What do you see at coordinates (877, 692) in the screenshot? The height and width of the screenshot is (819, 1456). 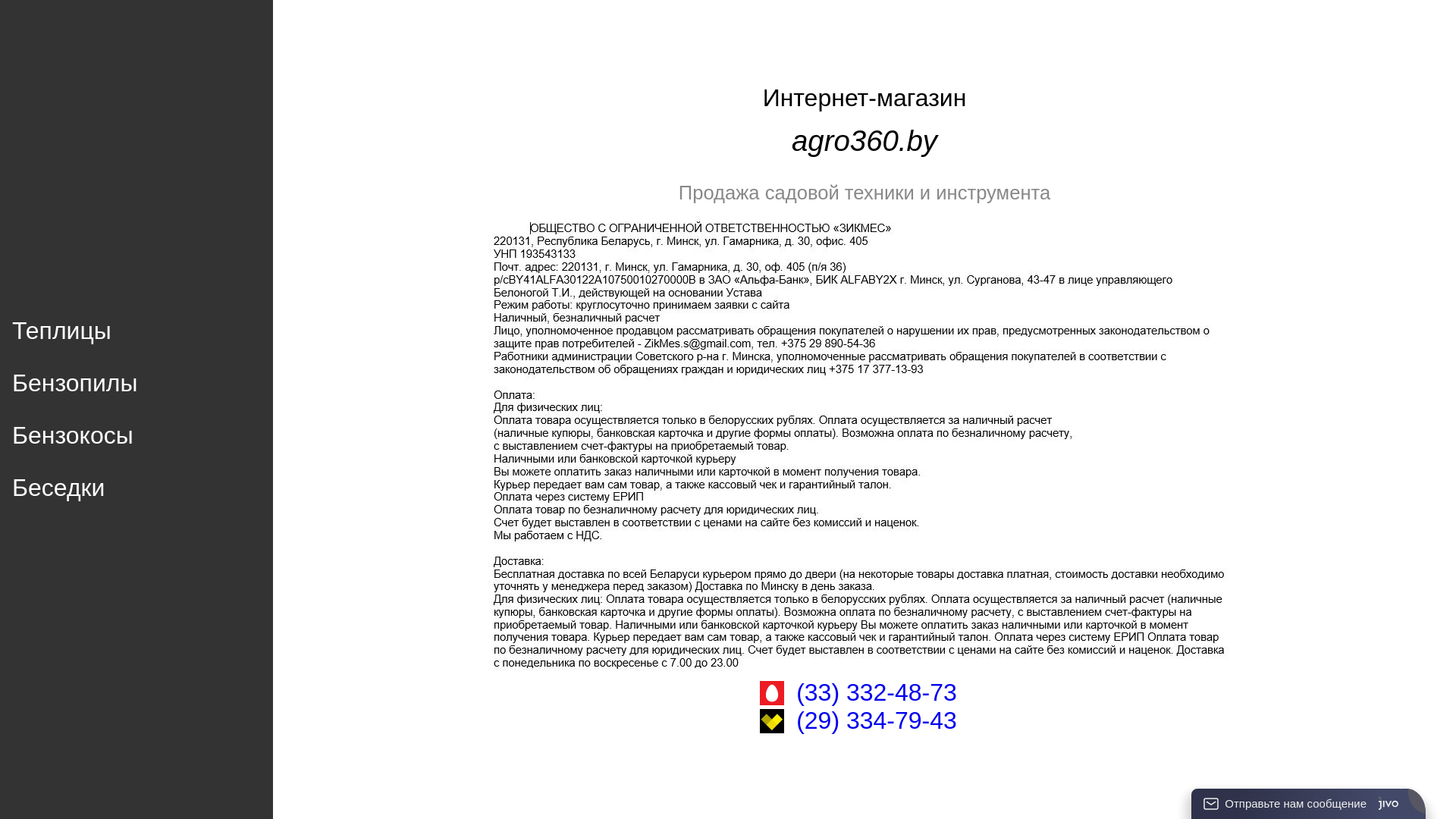 I see `'(33) 332-48-73'` at bounding box center [877, 692].